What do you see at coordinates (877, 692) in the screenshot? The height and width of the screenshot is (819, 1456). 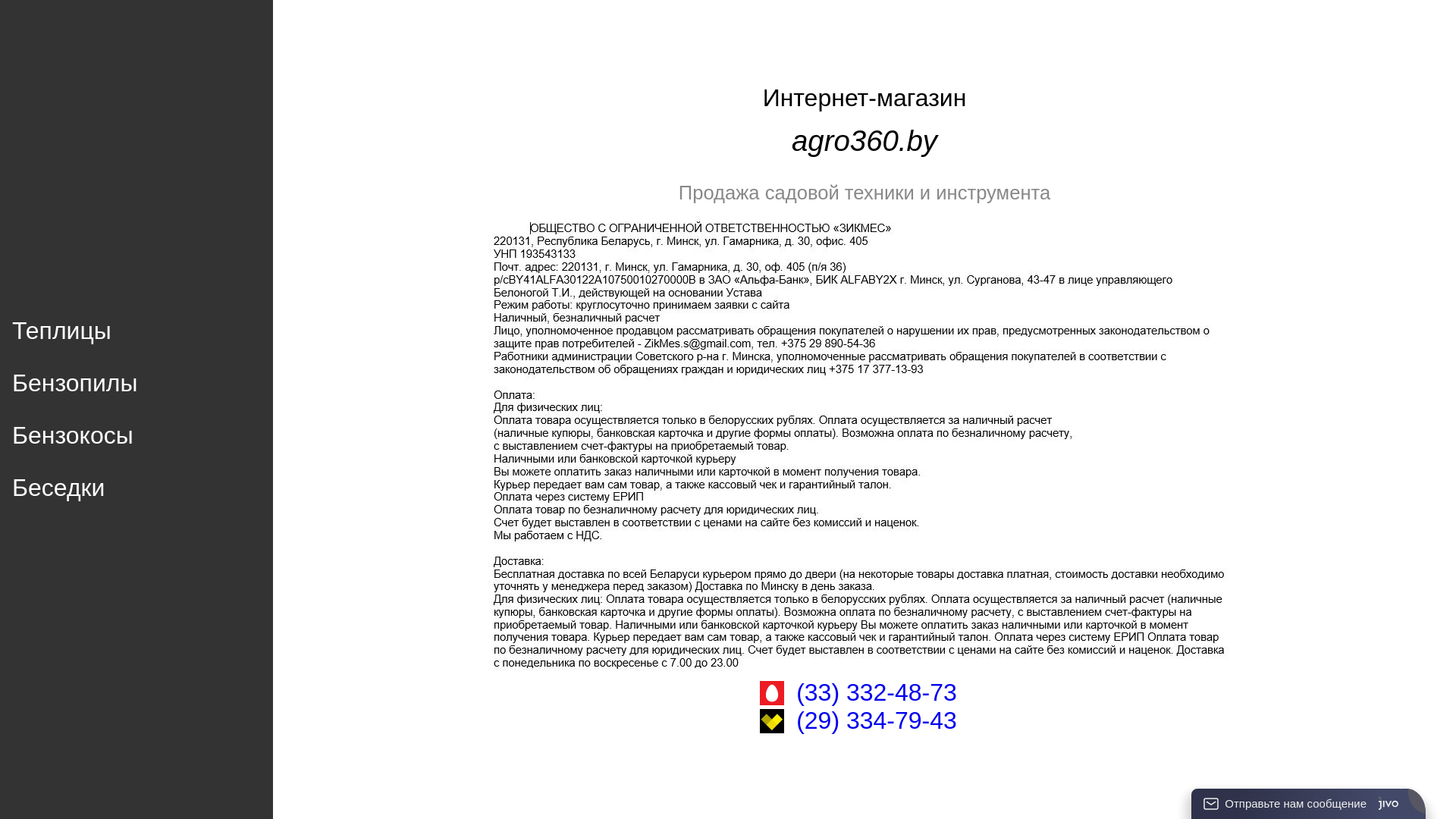 I see `'(33) 332-48-73'` at bounding box center [877, 692].